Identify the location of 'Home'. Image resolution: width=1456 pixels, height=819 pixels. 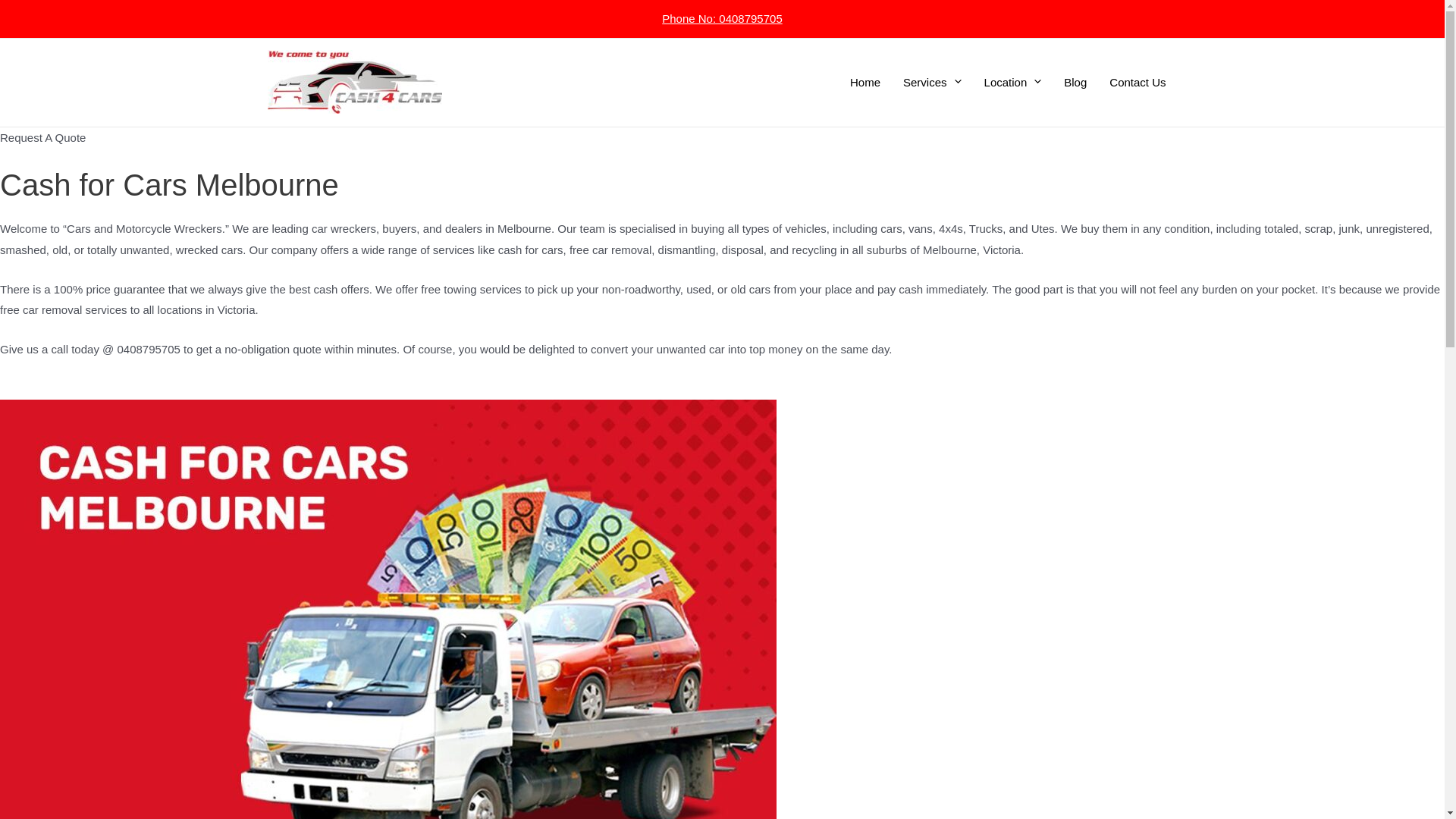
(865, 82).